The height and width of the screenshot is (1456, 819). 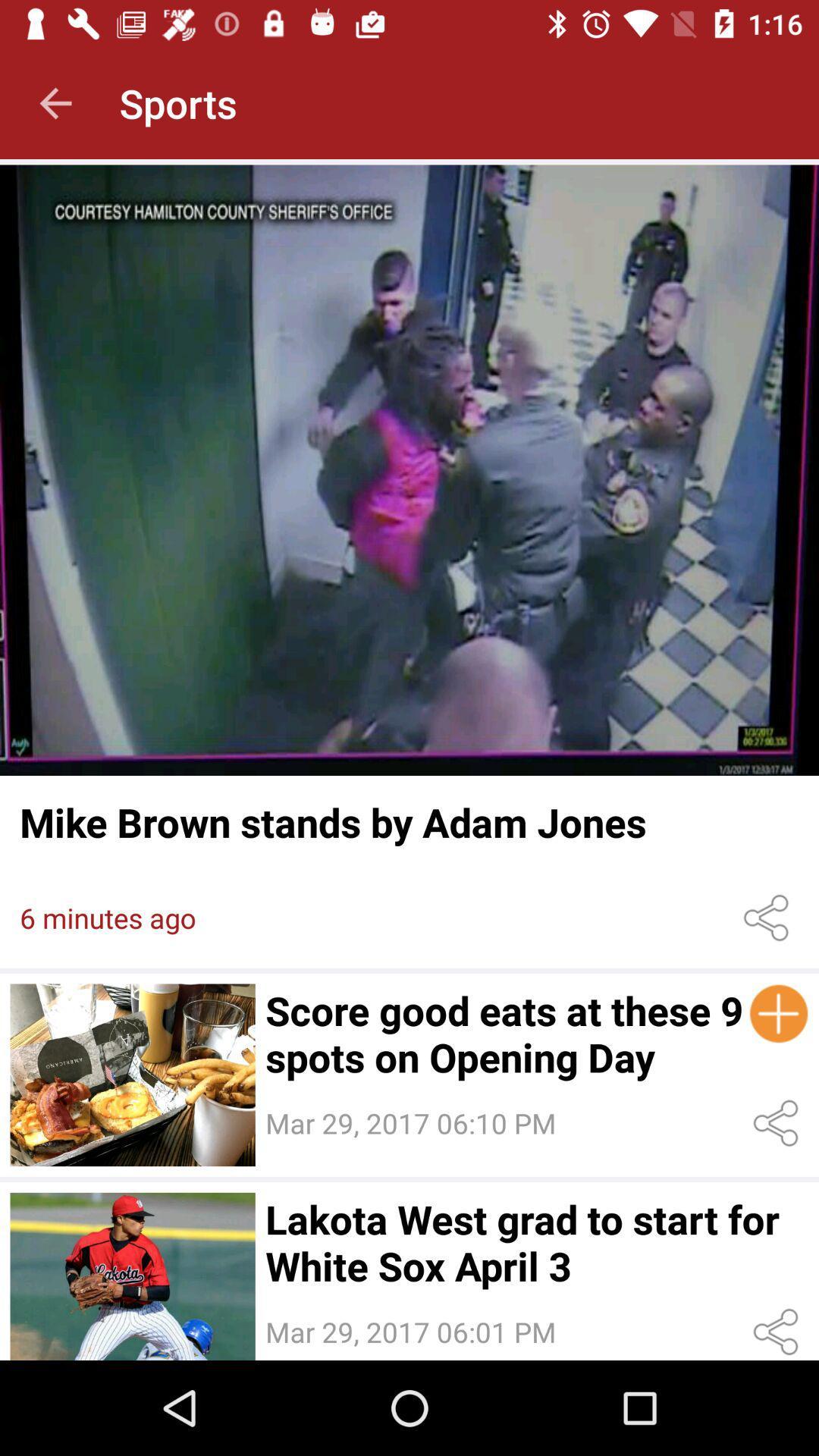 I want to click on open the article, so click(x=132, y=1074).